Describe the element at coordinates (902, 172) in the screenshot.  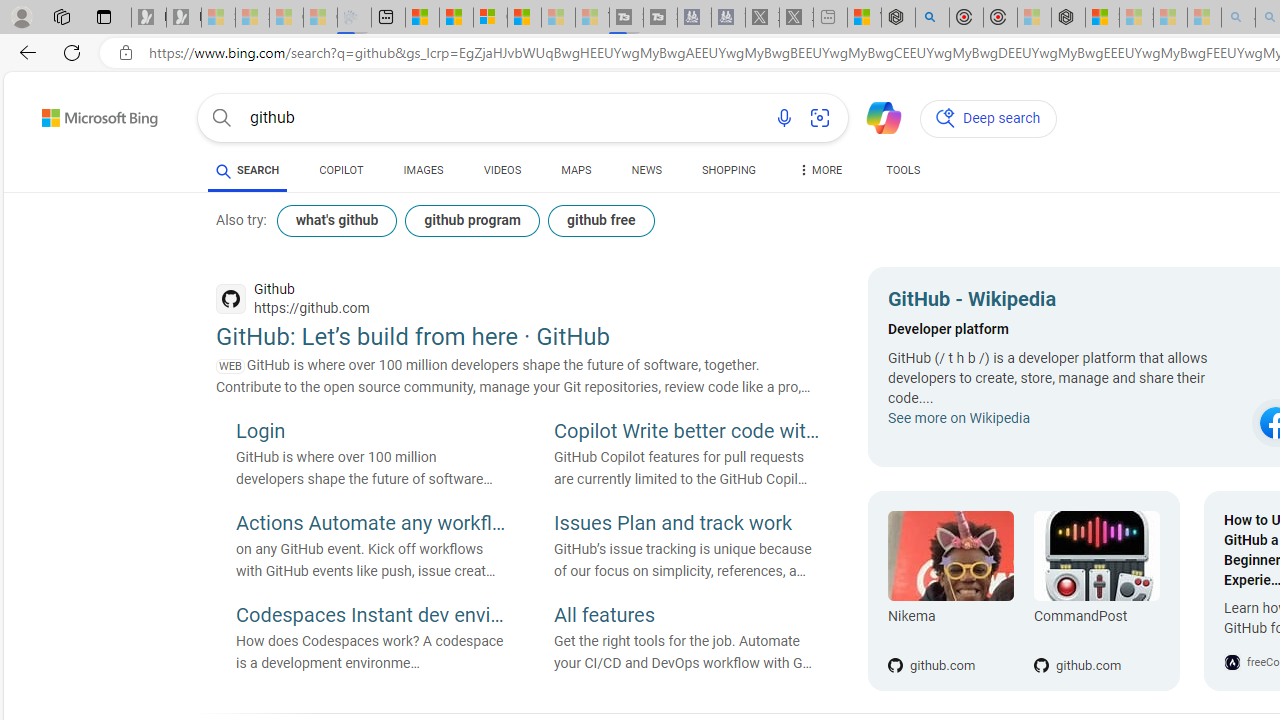
I see `'TOOLS'` at that location.